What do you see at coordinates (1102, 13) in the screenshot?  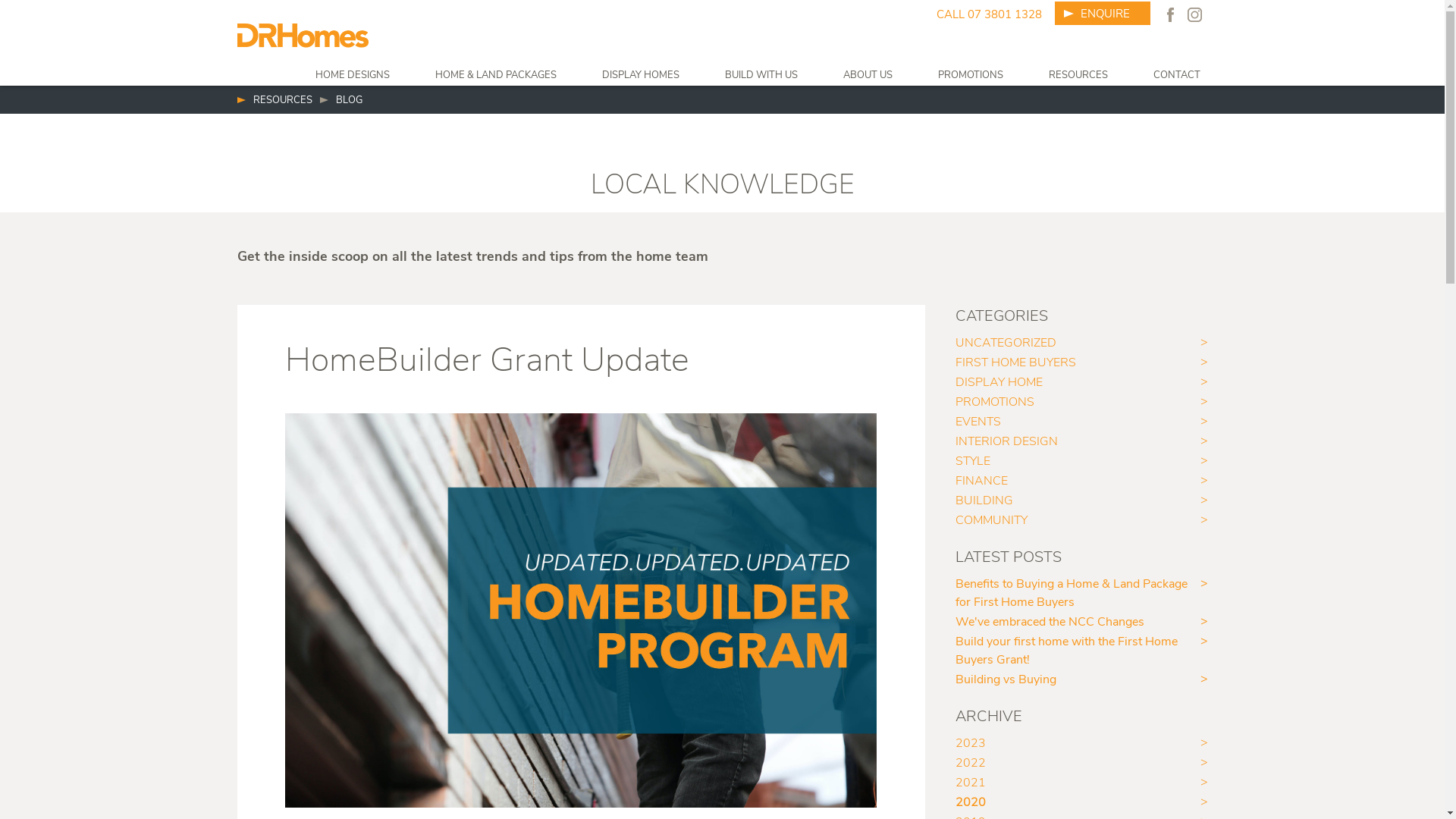 I see `'ENQUIRE'` at bounding box center [1102, 13].